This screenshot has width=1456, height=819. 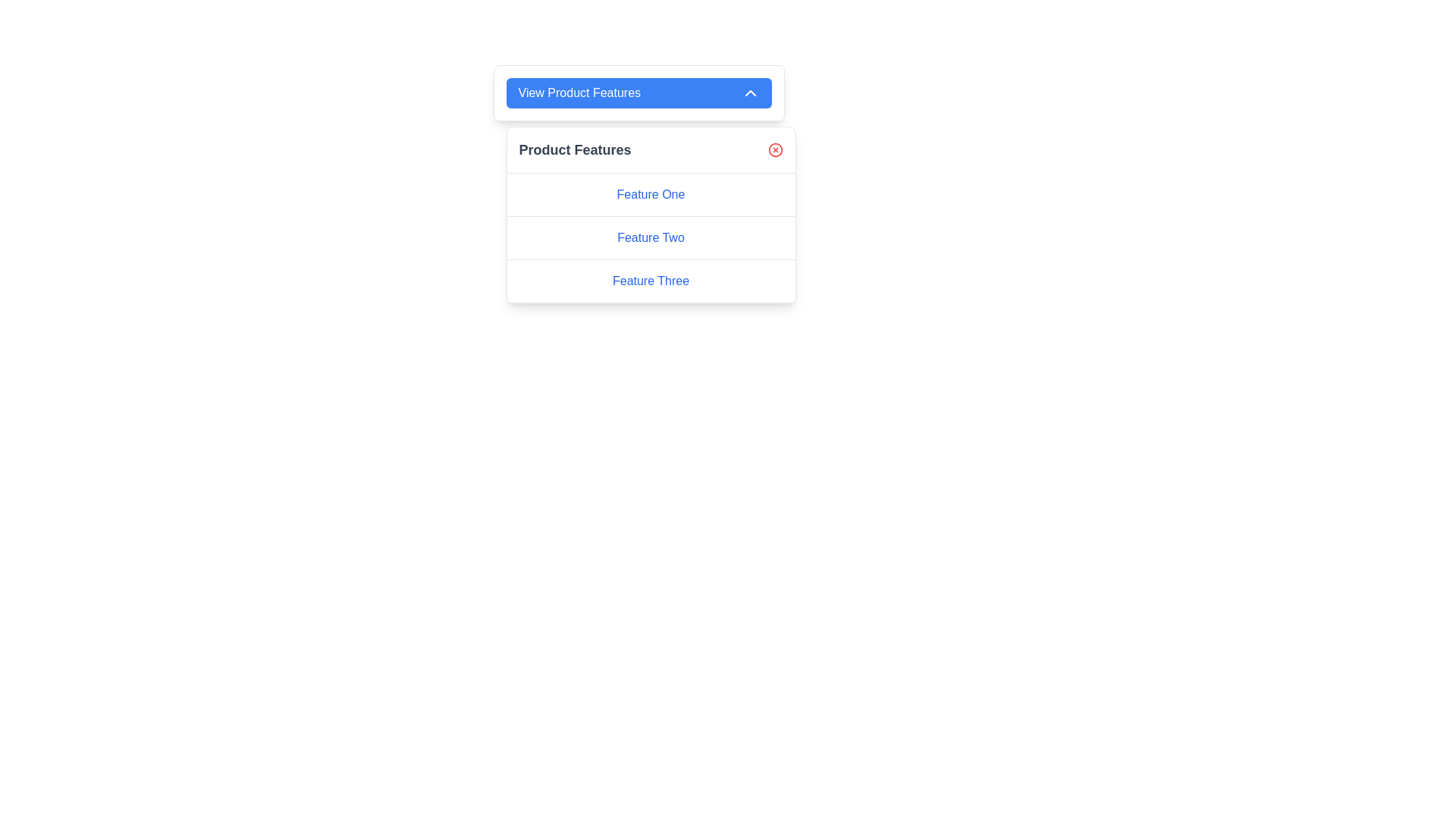 What do you see at coordinates (750, 93) in the screenshot?
I see `the chevron-up icon located to the right of the 'View Product Features' button` at bounding box center [750, 93].